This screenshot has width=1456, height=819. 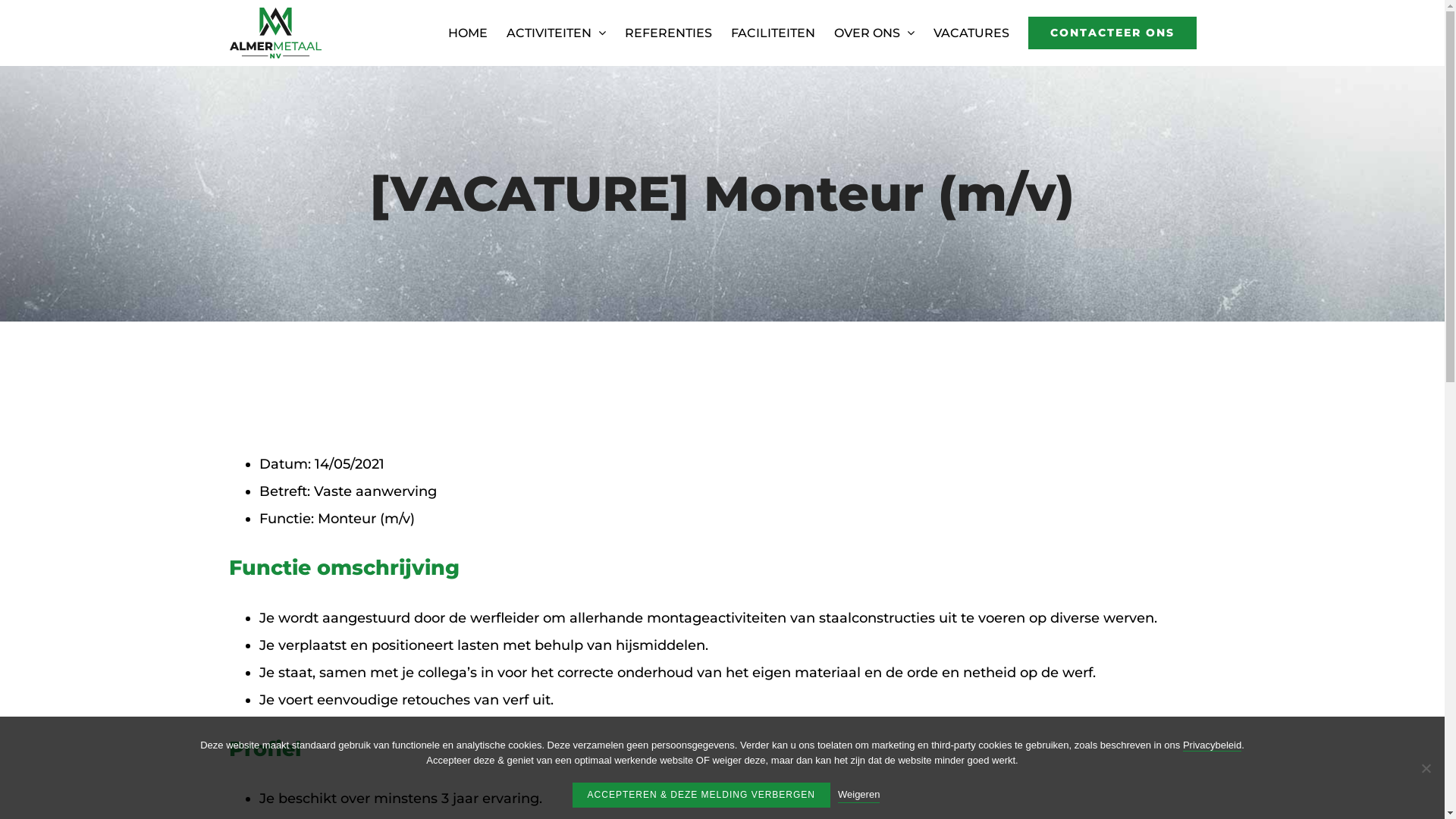 What do you see at coordinates (858, 794) in the screenshot?
I see `'Weigeren'` at bounding box center [858, 794].